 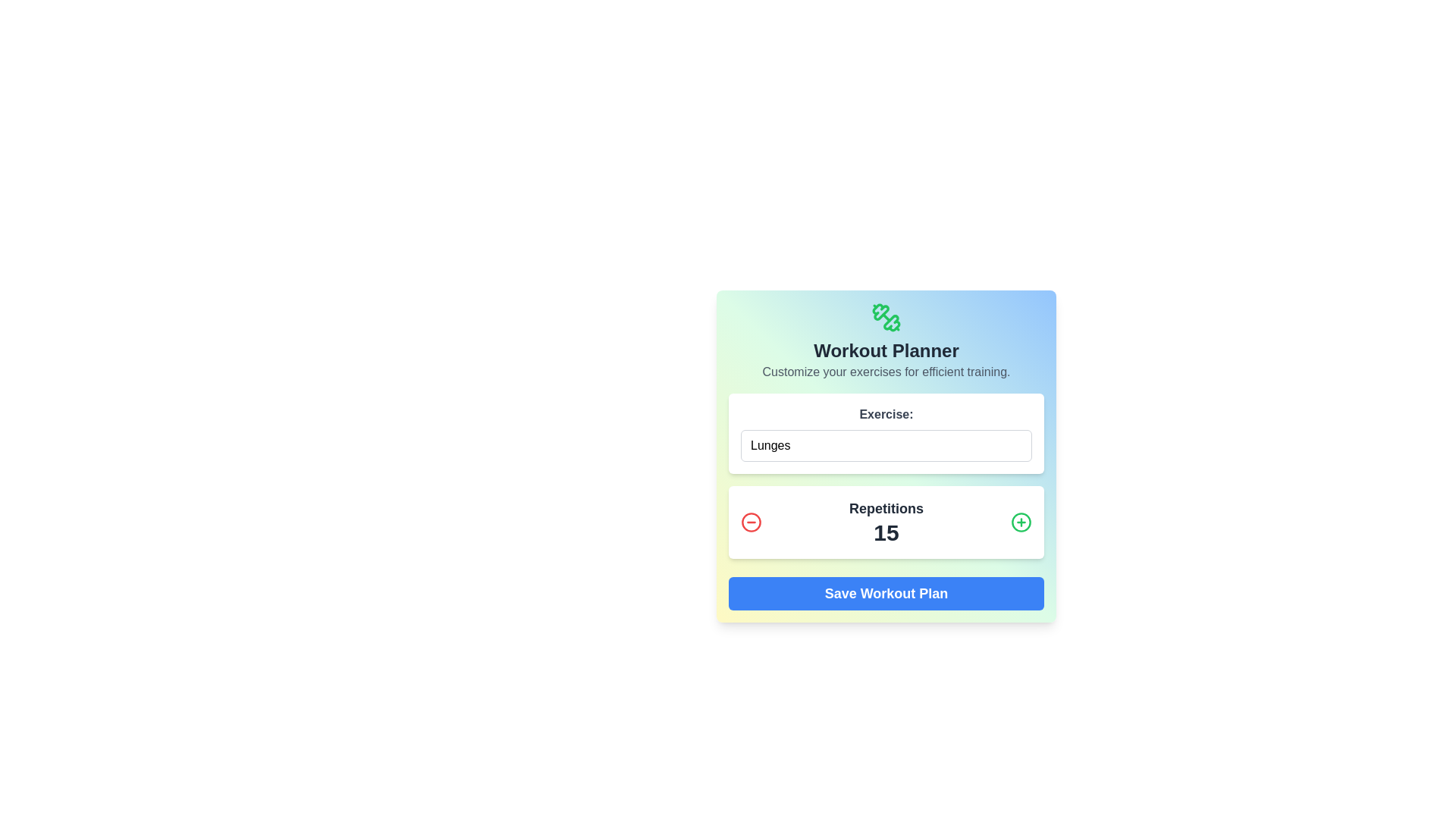 I want to click on the submission button located at the bottom of the workout planner panel, so click(x=886, y=593).